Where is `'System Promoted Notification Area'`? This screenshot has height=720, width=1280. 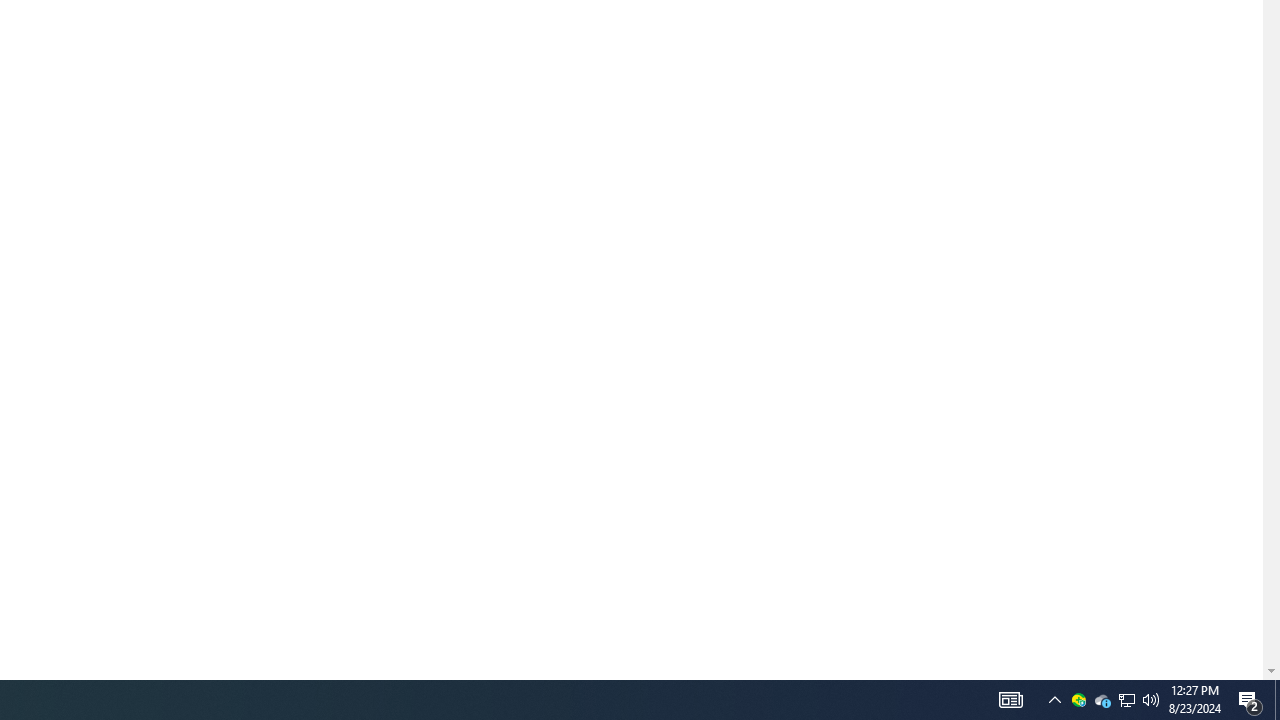 'System Promoted Notification Area' is located at coordinates (1078, 698).